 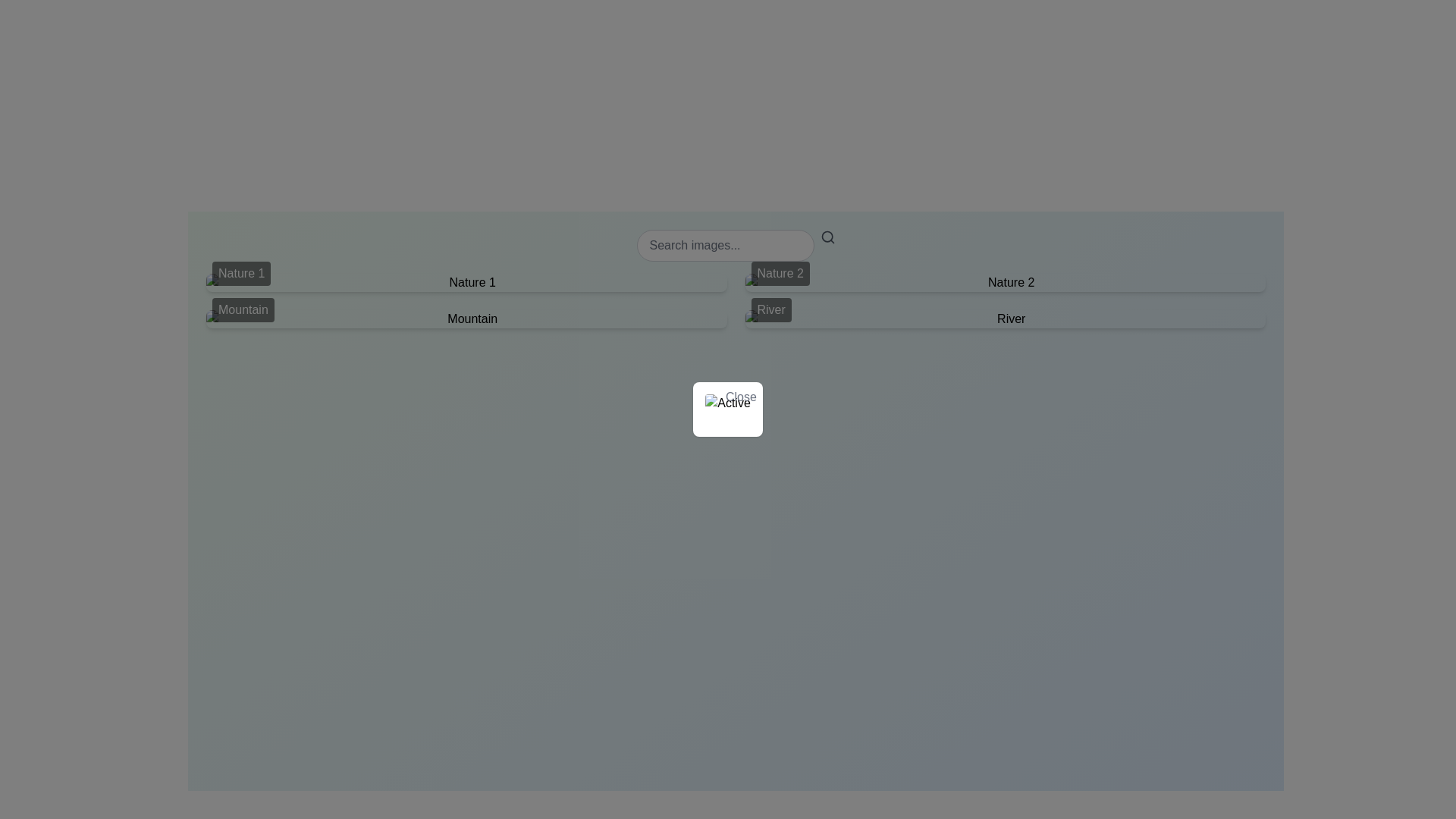 What do you see at coordinates (466, 283) in the screenshot?
I see `the selectable content tile labeled 'Nature 1' which is positioned in the first column of the first row in a 2x2 grid layout` at bounding box center [466, 283].